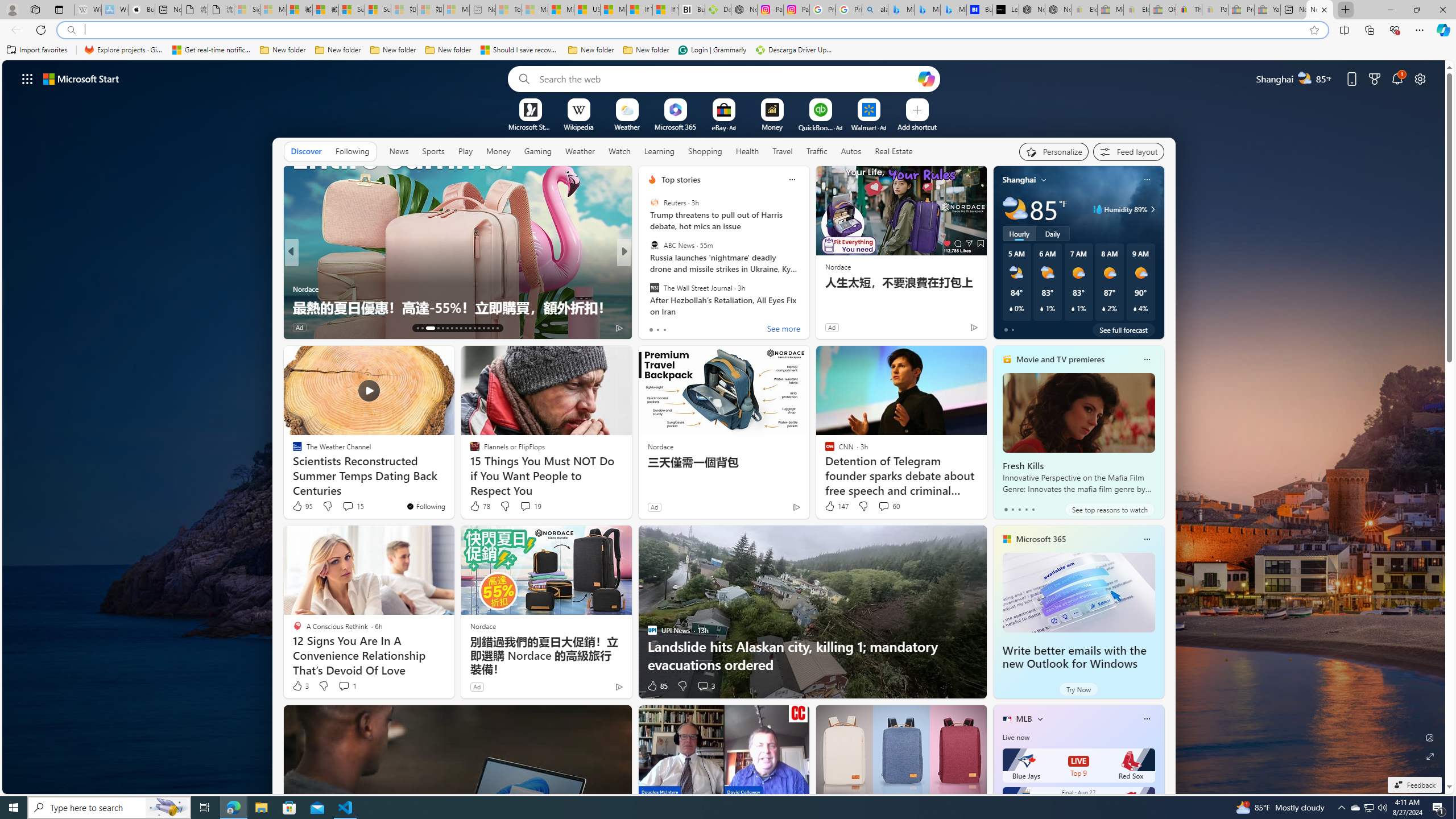 The width and height of the screenshot is (1456, 819). Describe the element at coordinates (874, 9) in the screenshot. I see `'alabama high school quarterback dies - Search'` at that location.